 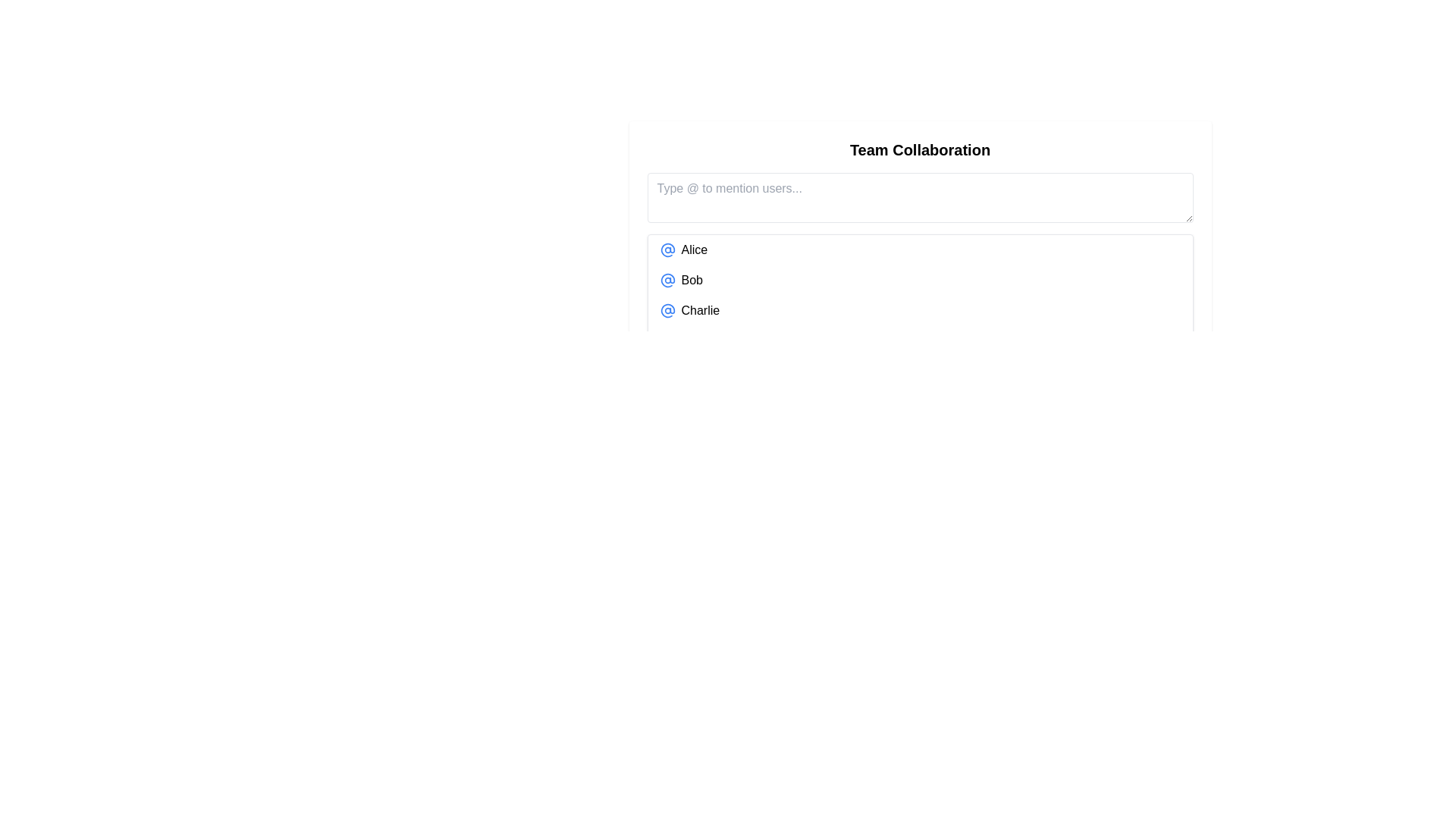 What do you see at coordinates (667, 281) in the screenshot?
I see `the '@' icon that indicates a mention or user handle related to the 'Bob' list entry located in the 'Team Collaboration' section` at bounding box center [667, 281].